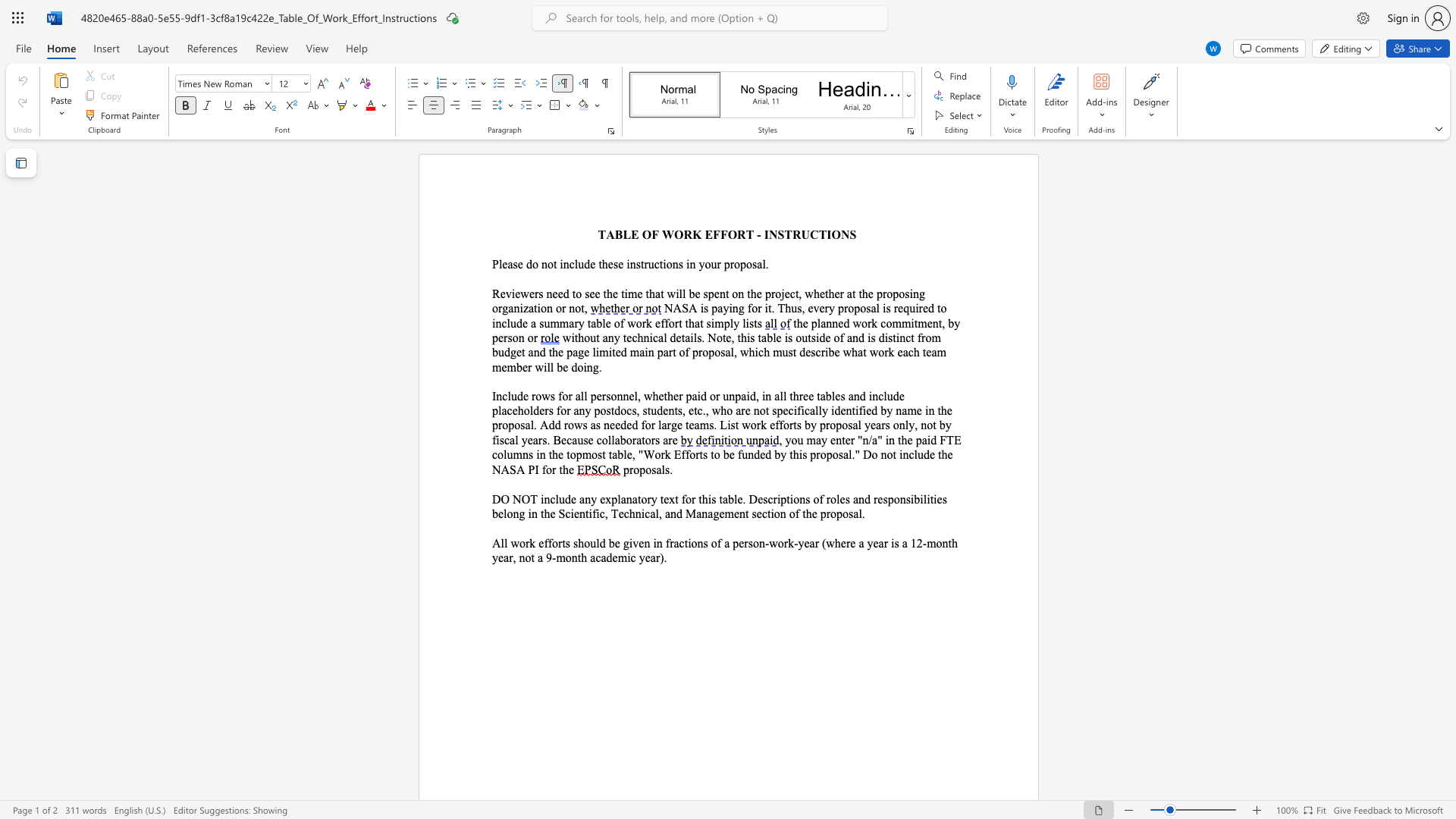 This screenshot has height=819, width=1456. Describe the element at coordinates (707, 337) in the screenshot. I see `the subset text "Note, this table is outside o" within the text "without any technical details. Note, this table is outside of and is distinct from budget and the page limited main part of proposal, which must describe what work each team member will be doing."` at that location.